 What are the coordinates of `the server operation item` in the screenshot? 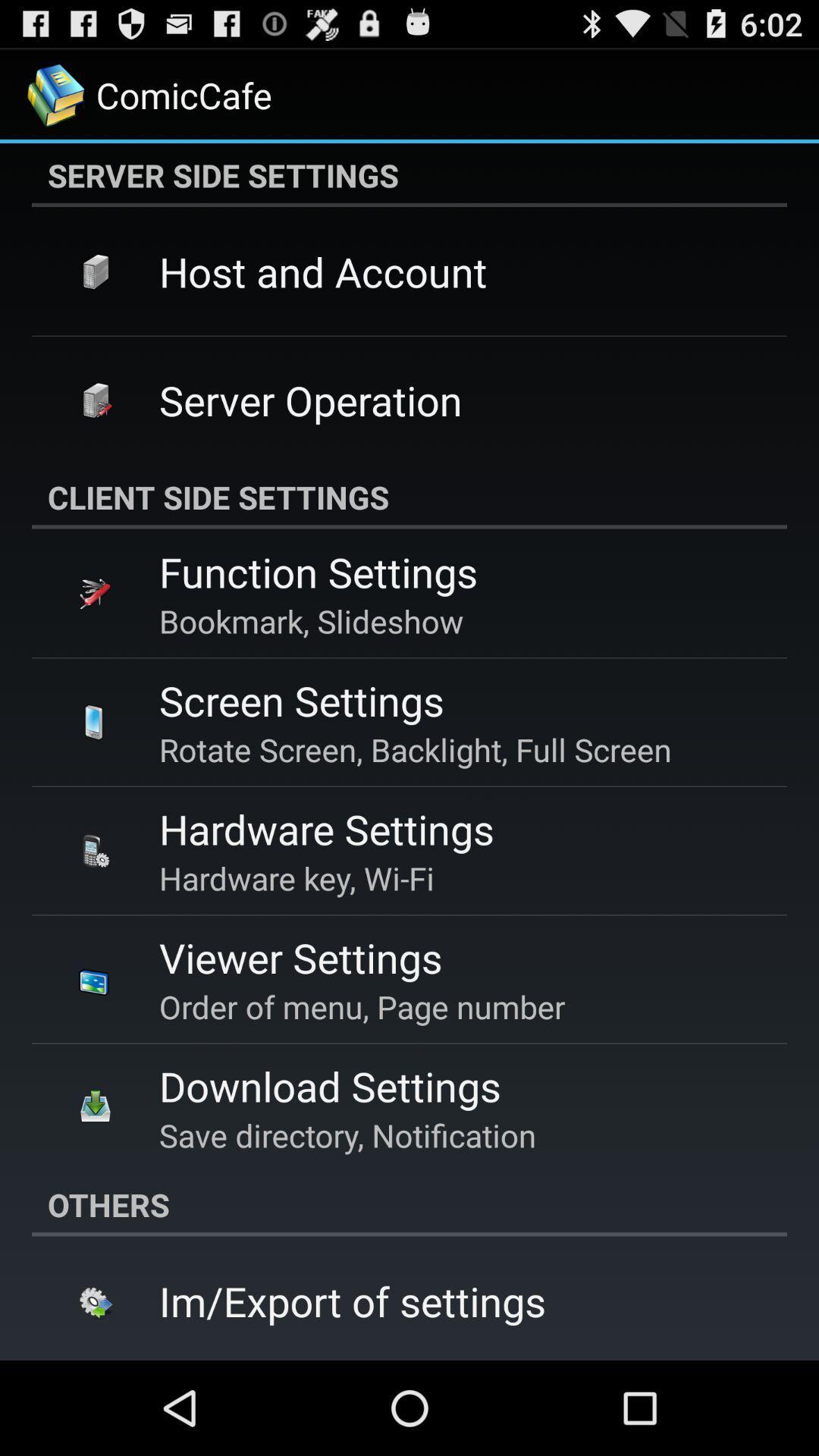 It's located at (309, 400).